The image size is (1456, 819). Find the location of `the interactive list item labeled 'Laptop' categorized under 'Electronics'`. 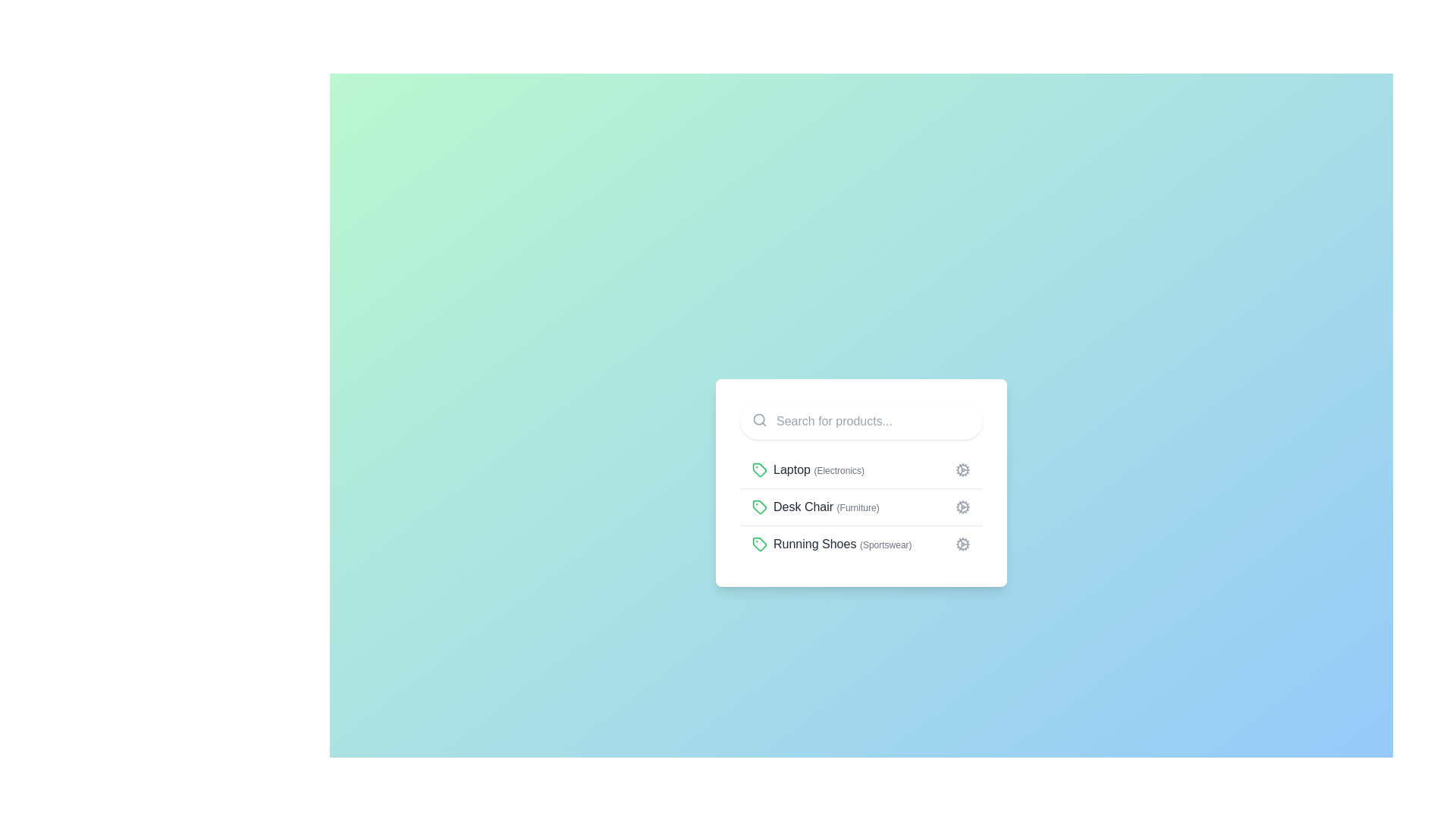

the interactive list item labeled 'Laptop' categorized under 'Electronics' is located at coordinates (861, 482).